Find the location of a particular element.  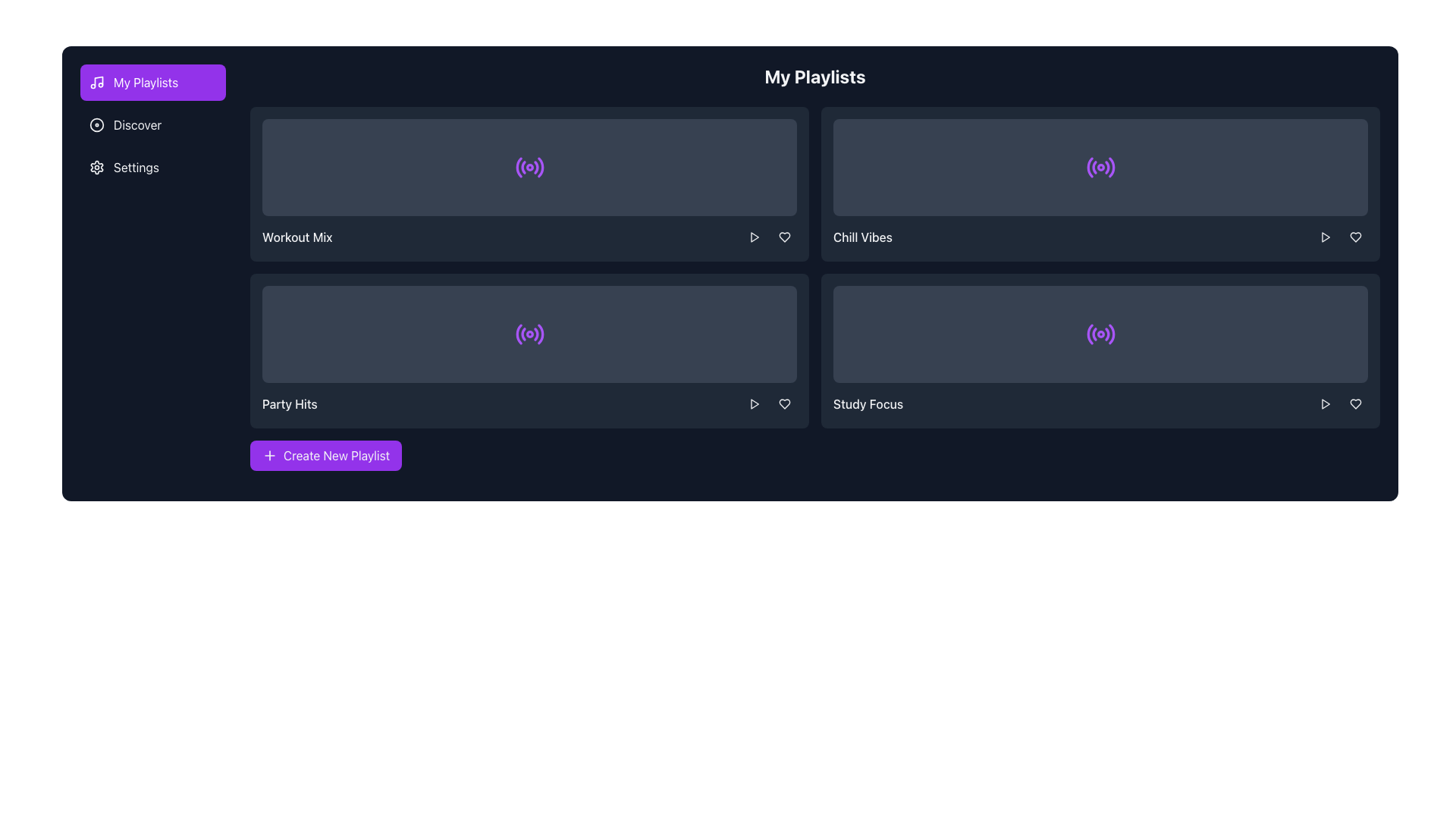

the outermost line of the five-layered wave icon, which is the fifth element in a circular group on the right side of the 'Study Focus' playlist card is located at coordinates (1111, 333).